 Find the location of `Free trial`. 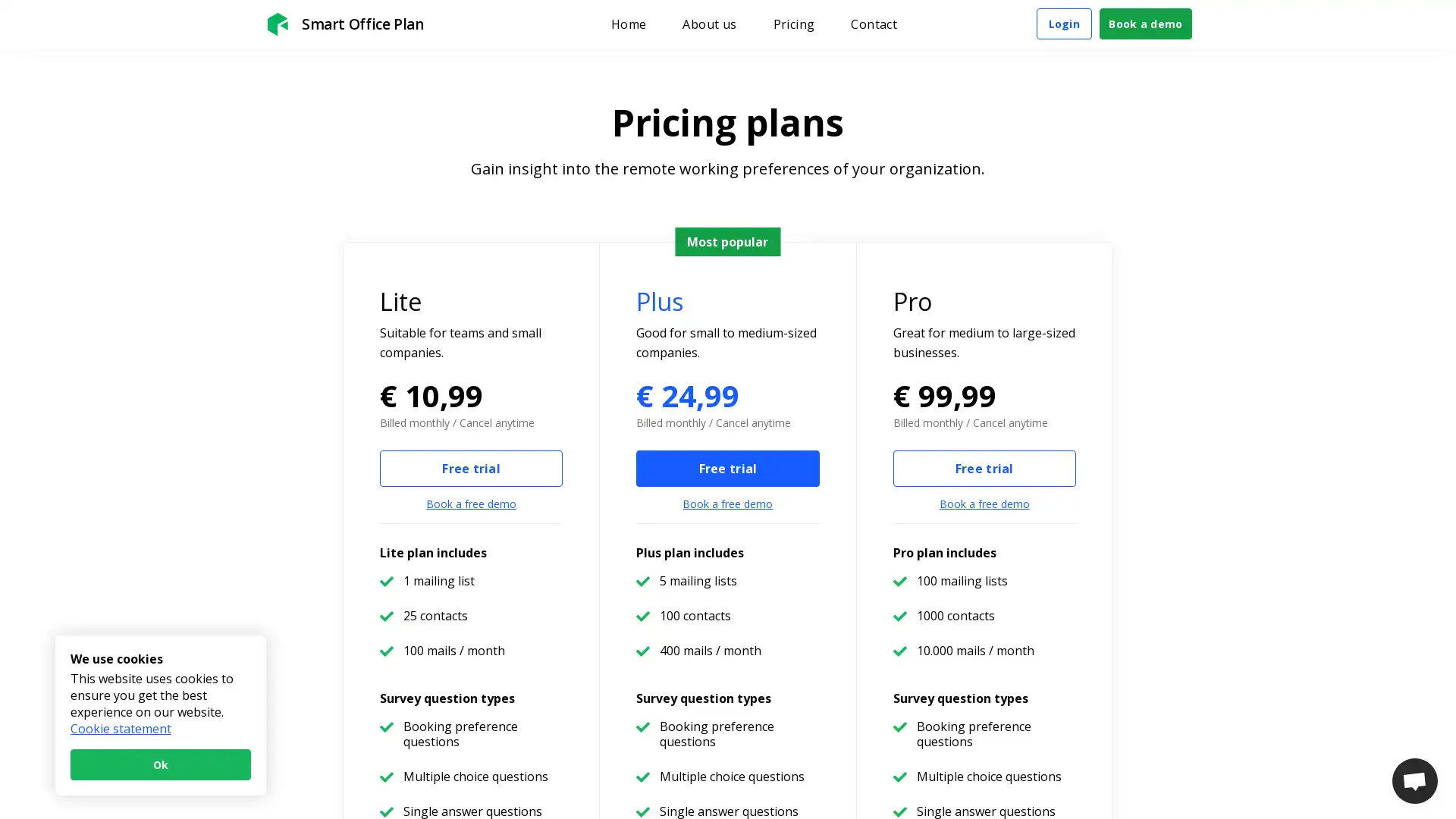

Free trial is located at coordinates (726, 467).